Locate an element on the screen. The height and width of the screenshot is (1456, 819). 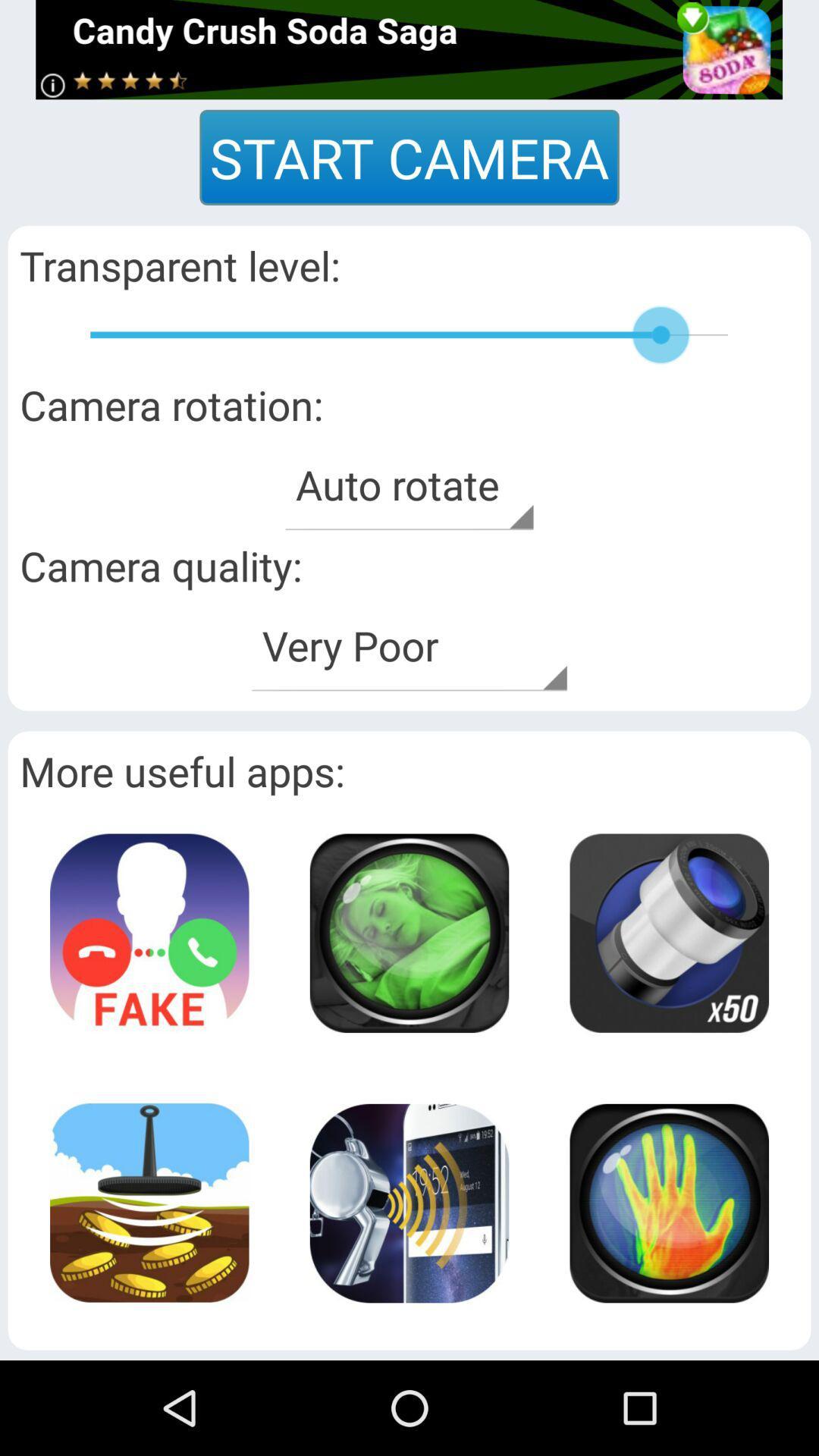
advertisement for another app is located at coordinates (149, 932).